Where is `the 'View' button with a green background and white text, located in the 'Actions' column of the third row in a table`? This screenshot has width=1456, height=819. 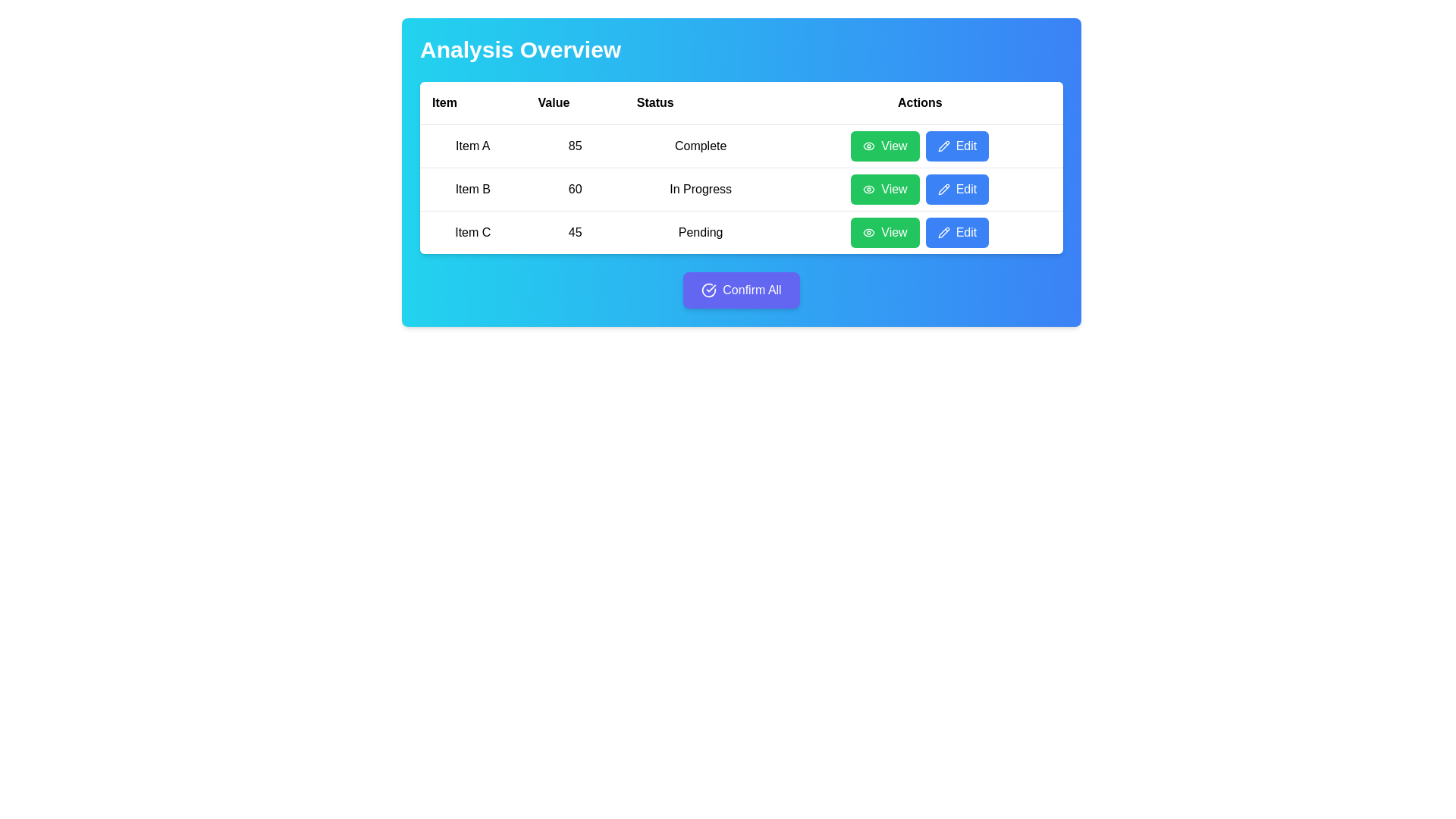 the 'View' button with a green background and white text, located in the 'Actions' column of the third row in a table is located at coordinates (884, 233).